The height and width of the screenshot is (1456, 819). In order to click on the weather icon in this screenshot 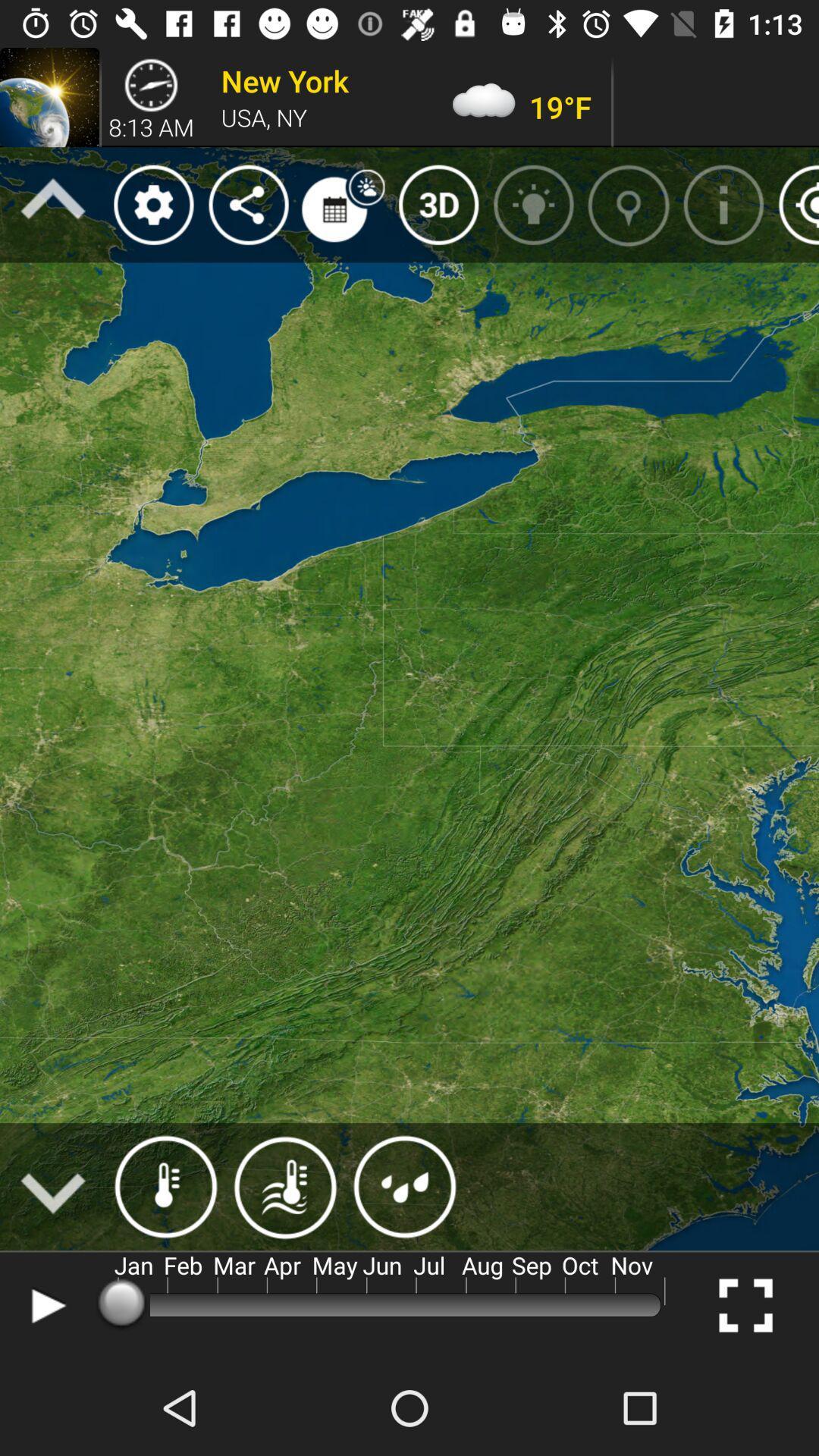, I will do `click(166, 1186)`.